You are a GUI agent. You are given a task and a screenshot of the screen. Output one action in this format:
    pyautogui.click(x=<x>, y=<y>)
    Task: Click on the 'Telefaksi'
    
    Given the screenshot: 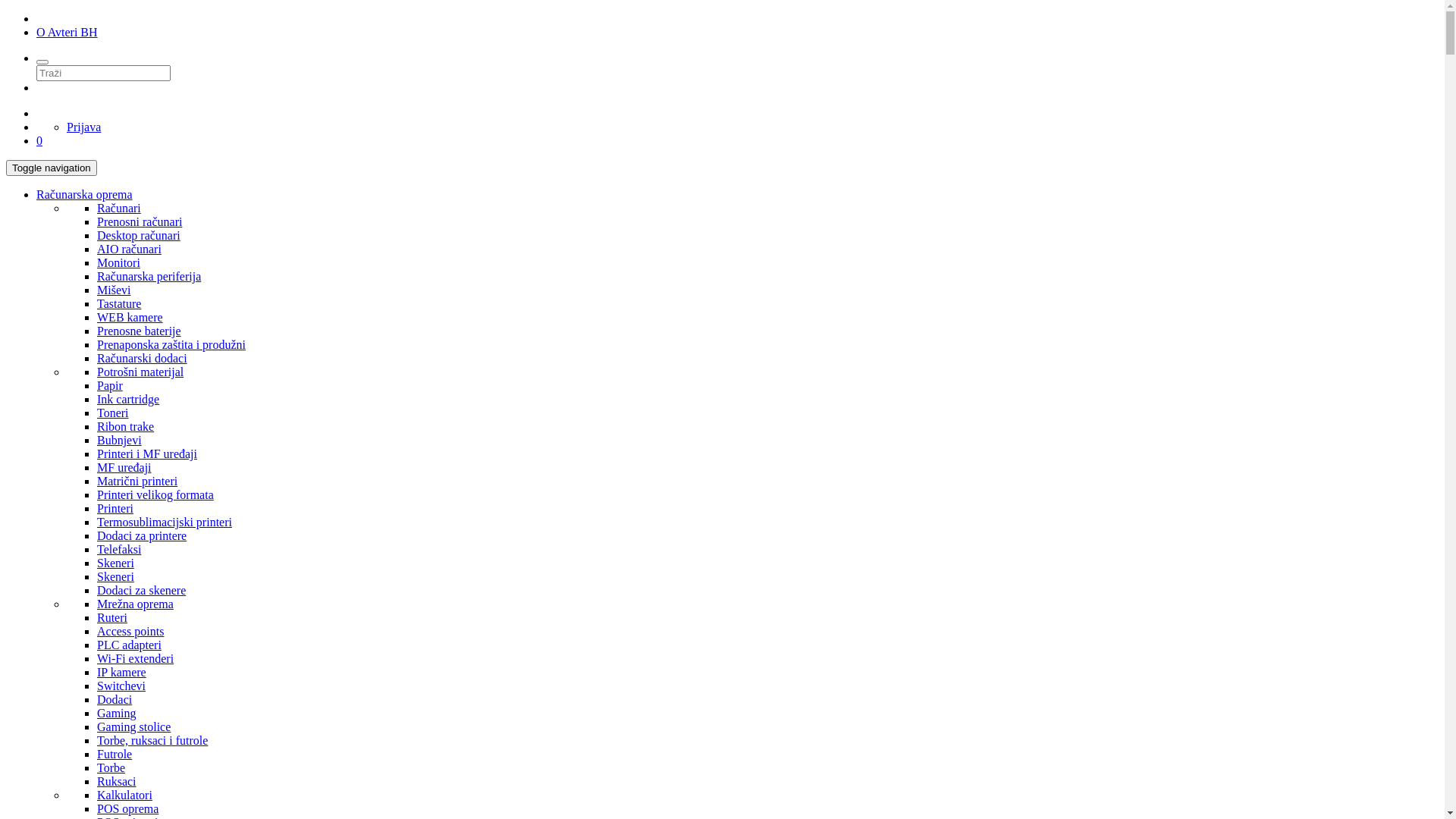 What is the action you would take?
    pyautogui.click(x=118, y=549)
    